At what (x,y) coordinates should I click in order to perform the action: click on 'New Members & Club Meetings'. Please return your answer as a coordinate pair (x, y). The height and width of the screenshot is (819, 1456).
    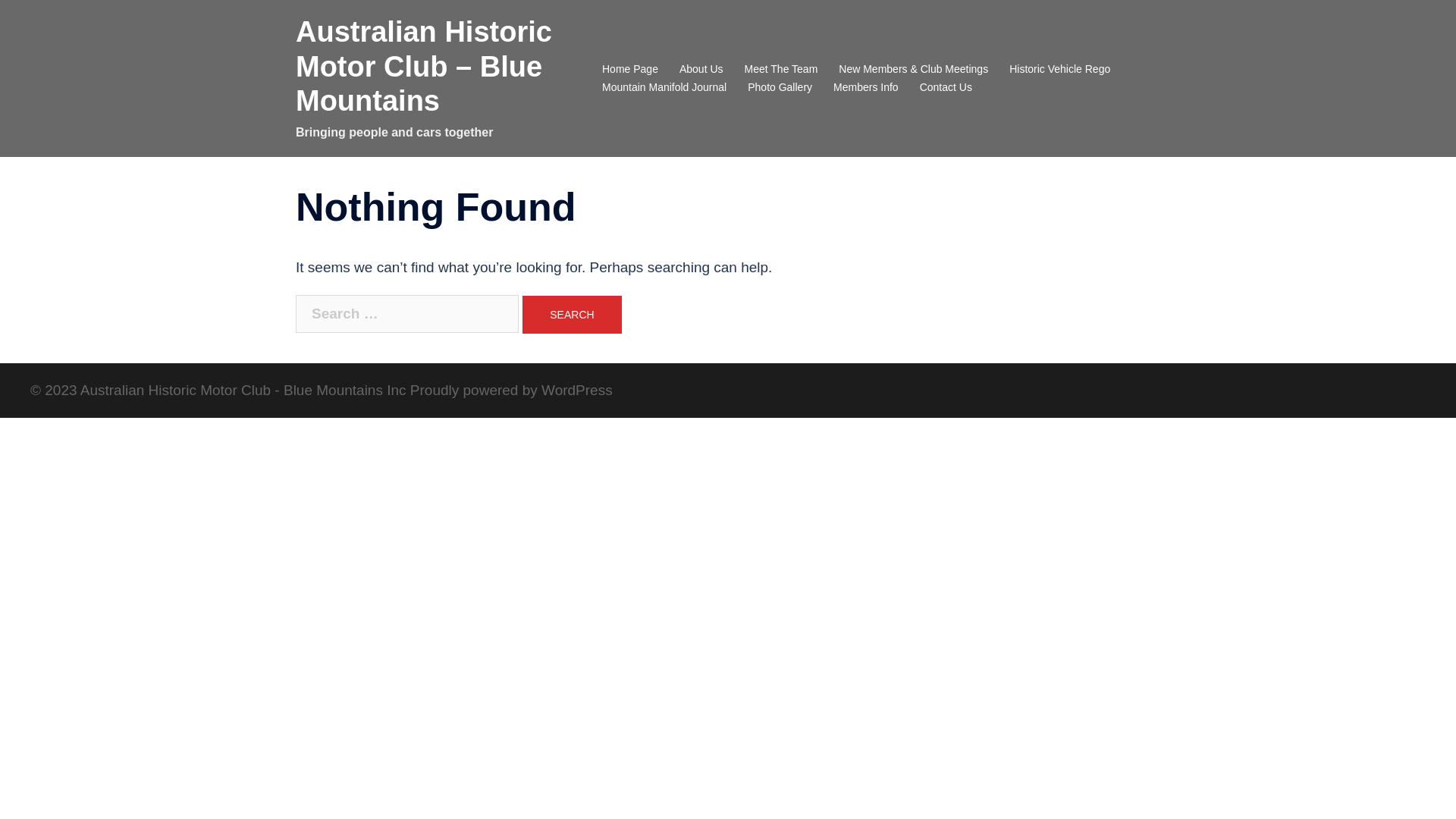
    Looking at the image, I should click on (912, 70).